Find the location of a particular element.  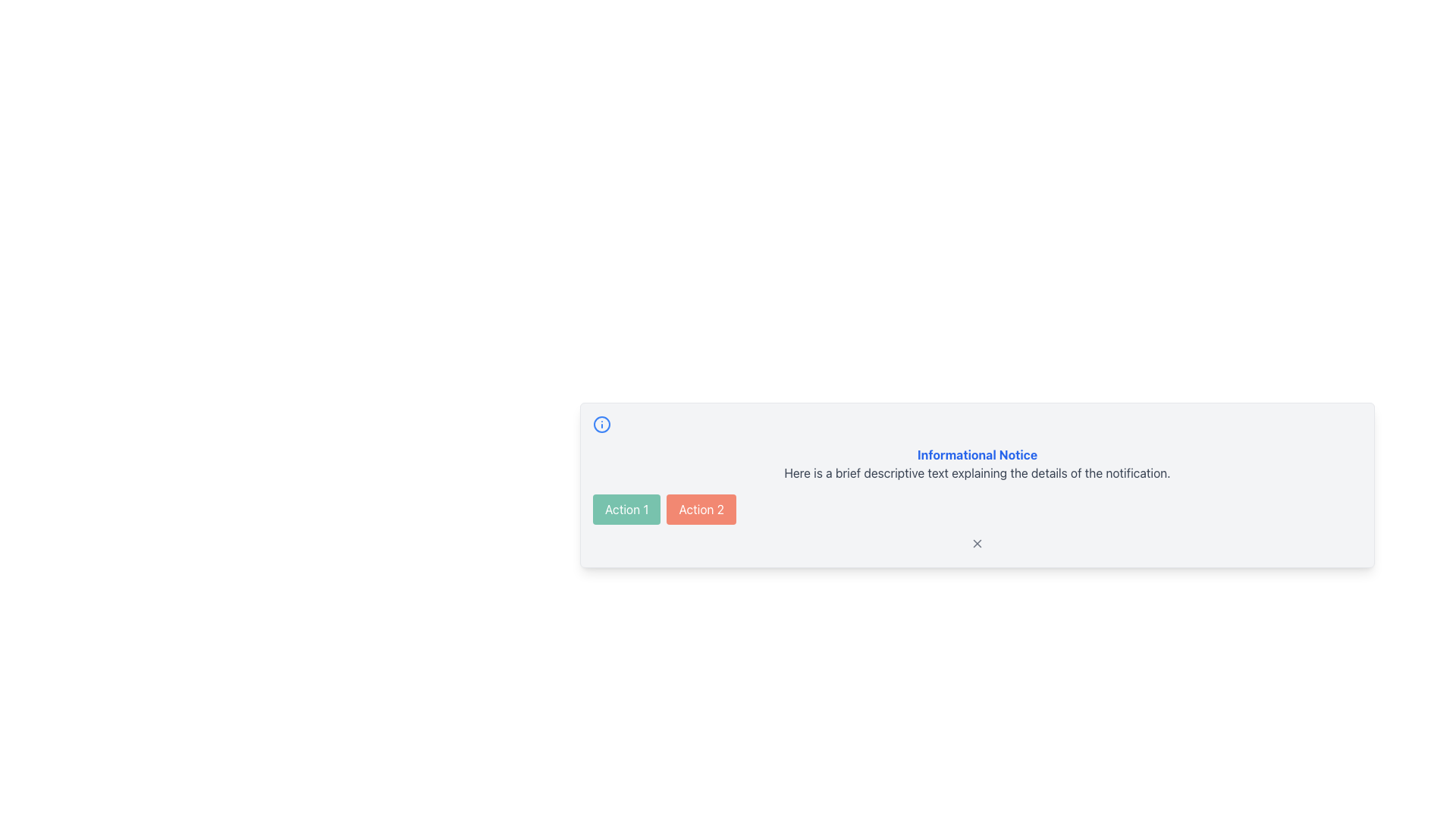

the small cross-like icon located at the bottom center of the notification area, which is part of an informational notice containing a title and buttons above it is located at coordinates (977, 546).